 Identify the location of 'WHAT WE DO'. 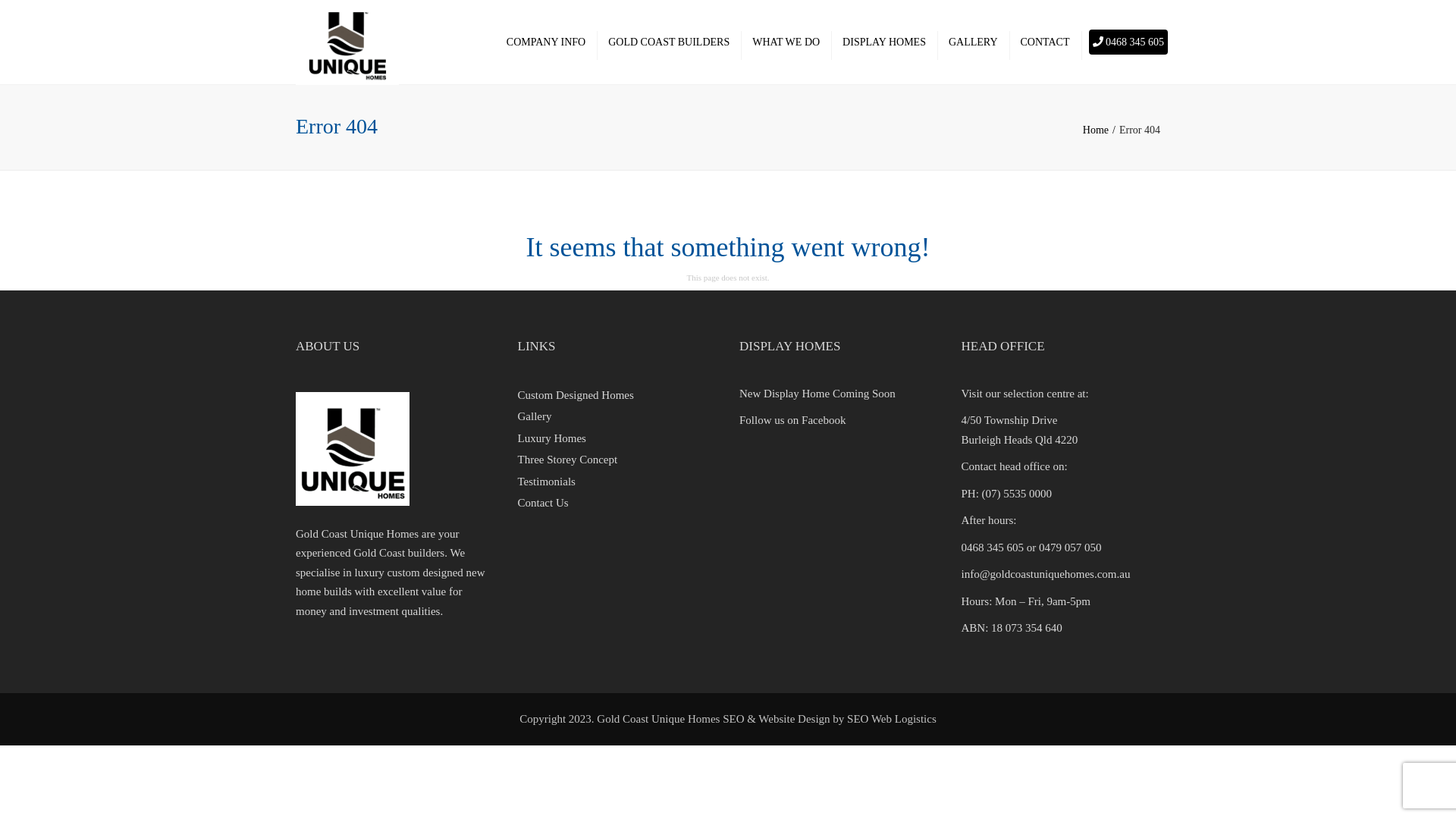
(786, 42).